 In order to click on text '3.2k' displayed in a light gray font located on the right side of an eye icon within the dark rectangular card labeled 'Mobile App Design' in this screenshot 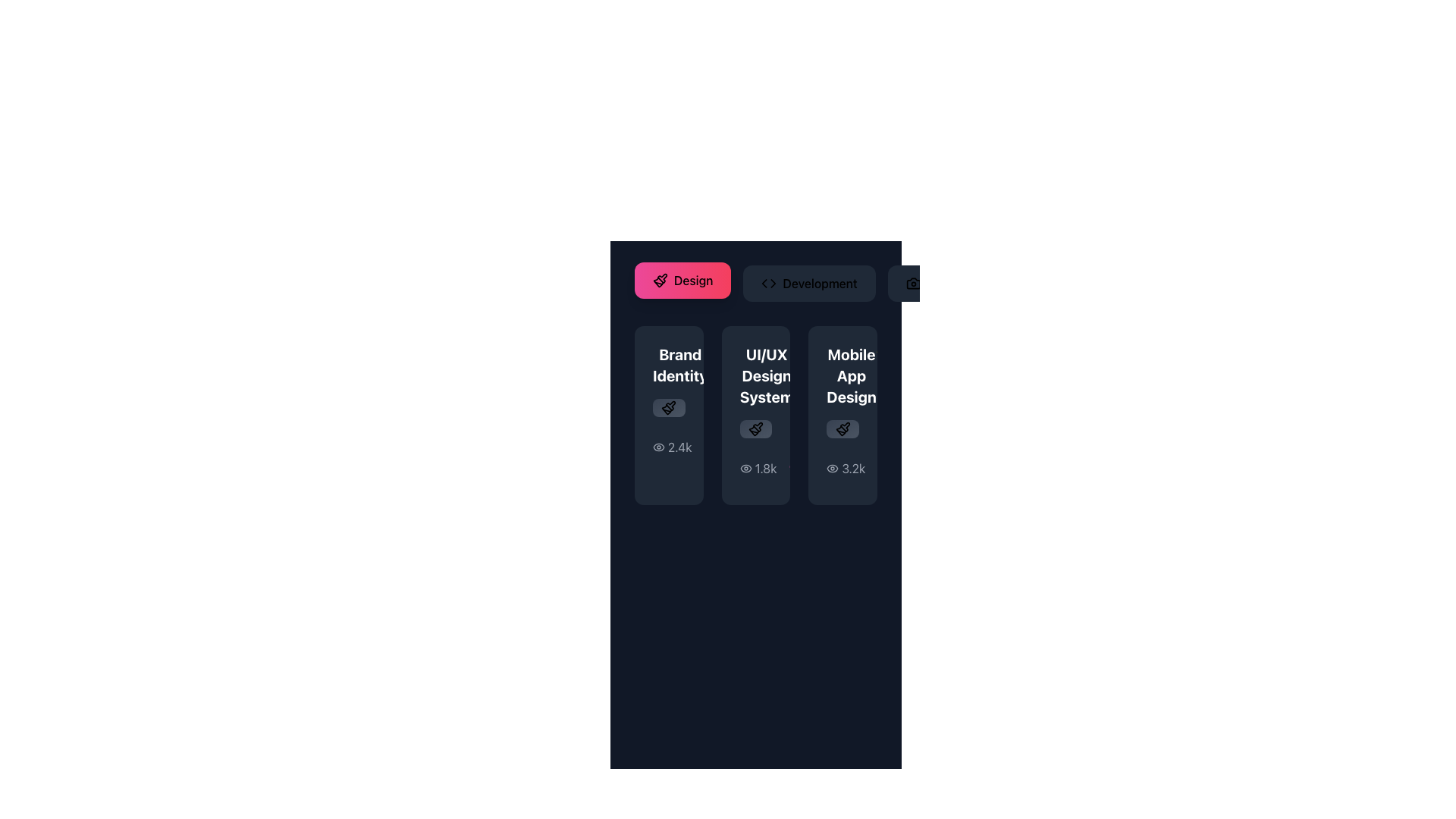, I will do `click(853, 467)`.